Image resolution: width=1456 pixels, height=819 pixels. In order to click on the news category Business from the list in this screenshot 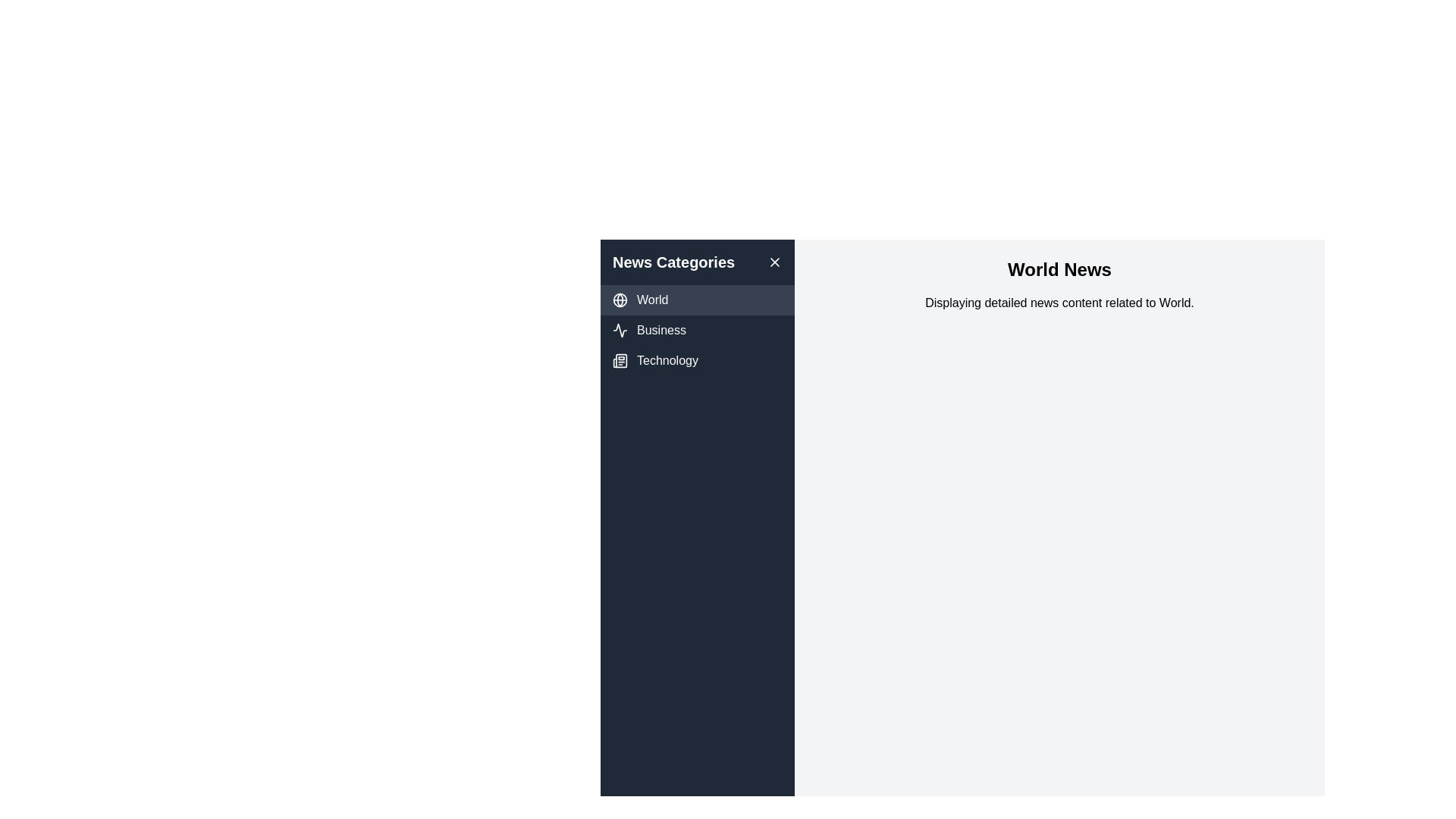, I will do `click(697, 329)`.